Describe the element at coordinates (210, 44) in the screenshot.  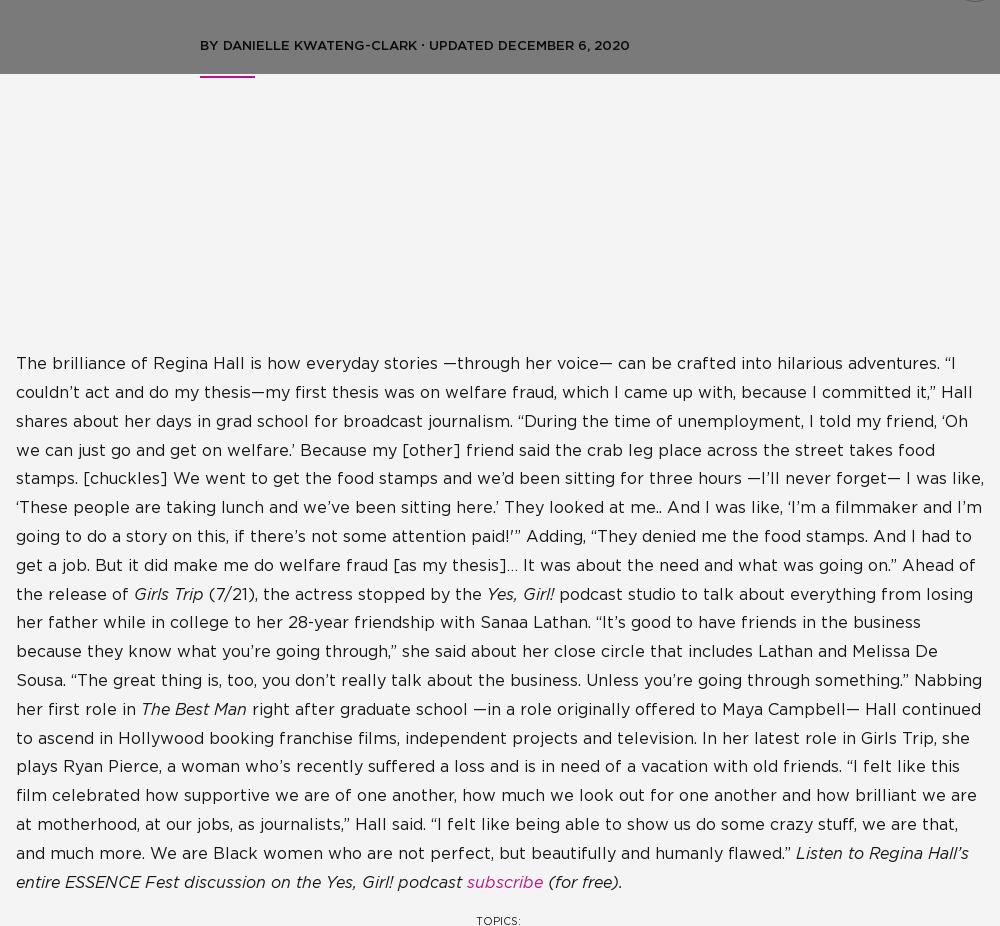
I see `'By'` at that location.